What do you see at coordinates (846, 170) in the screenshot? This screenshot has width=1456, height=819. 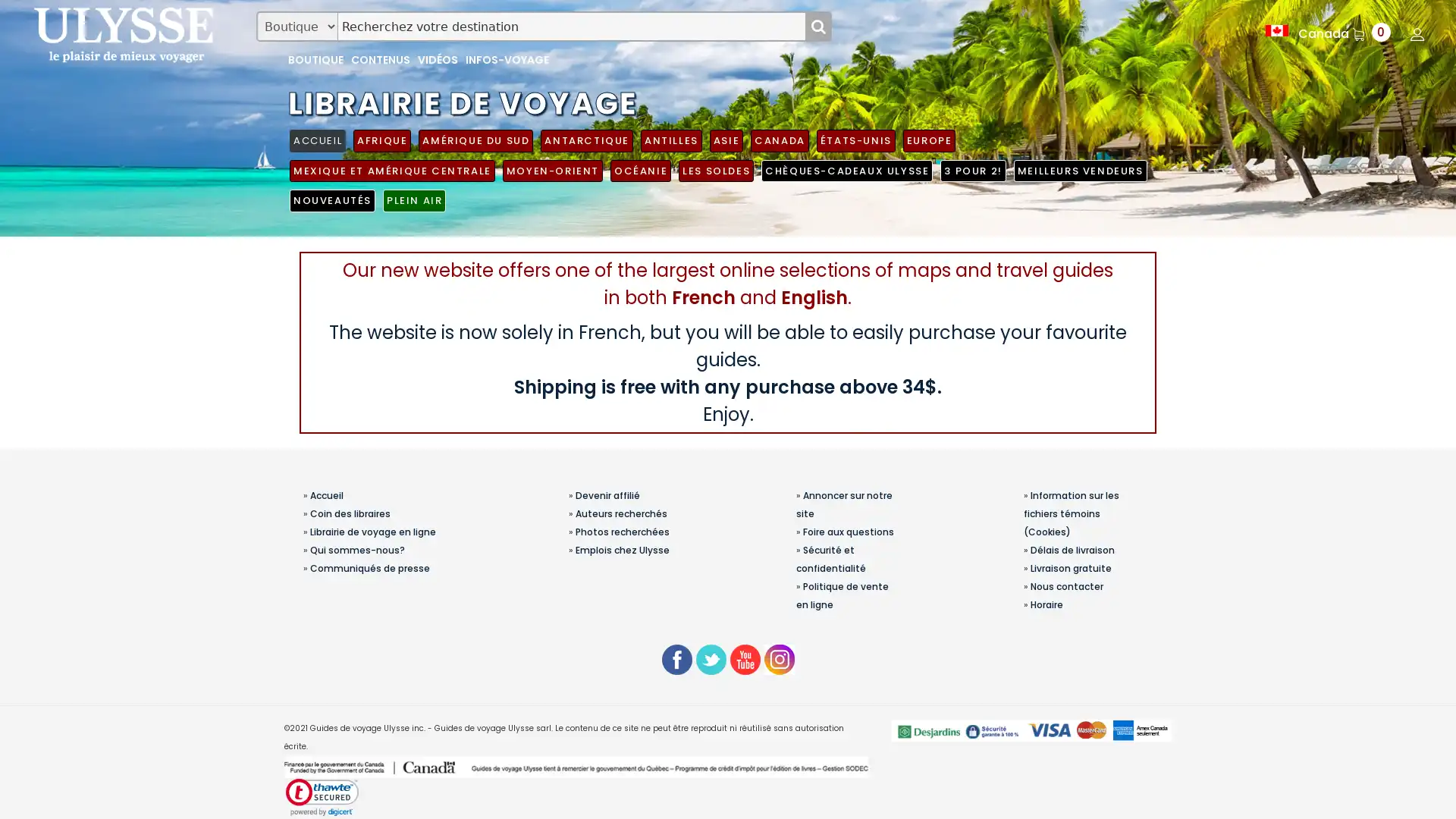 I see `CHEQUES-CADEAUX ULYSSE` at bounding box center [846, 170].